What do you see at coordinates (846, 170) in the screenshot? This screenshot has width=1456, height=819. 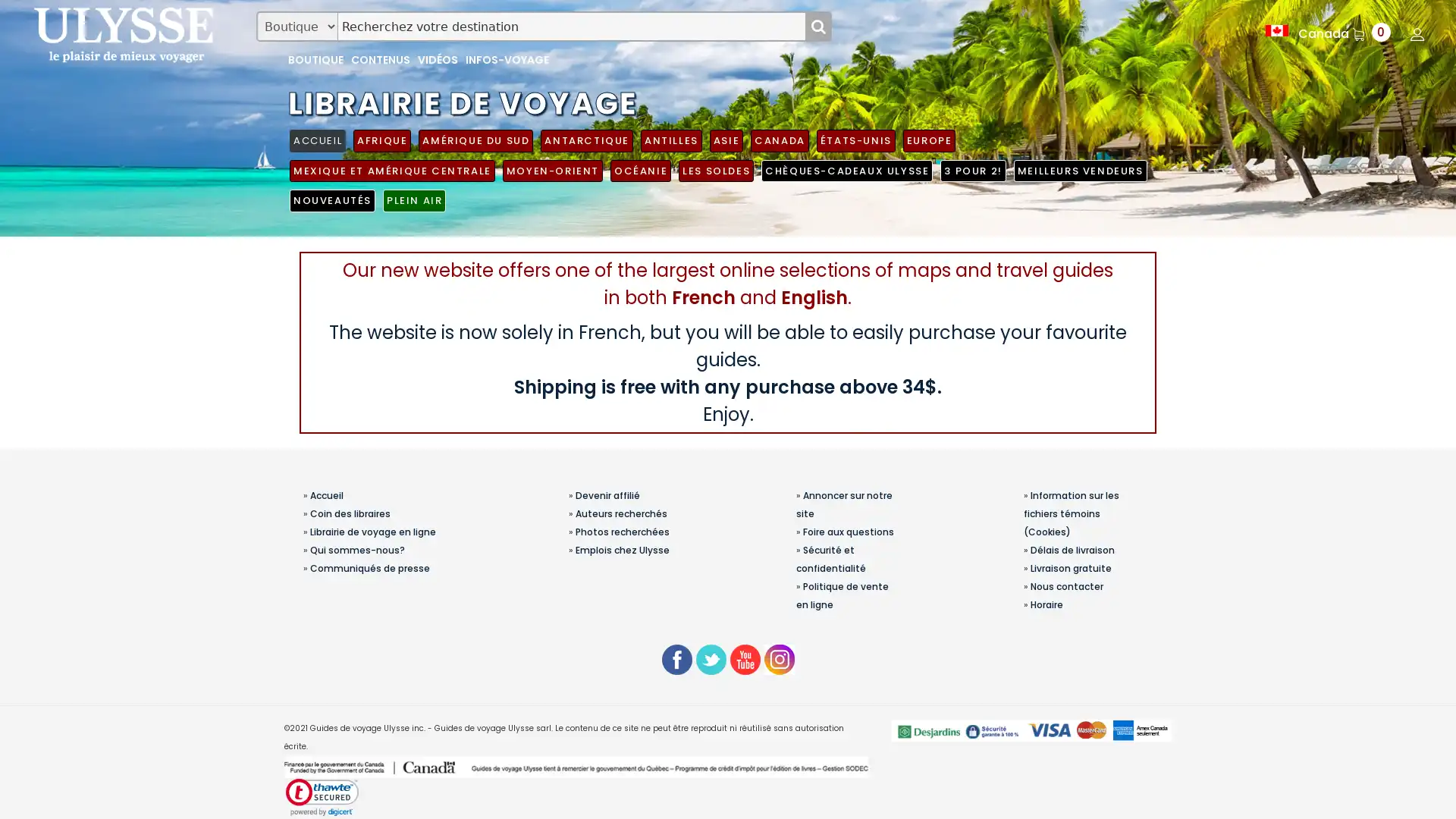 I see `CHEQUES-CADEAUX ULYSSE` at bounding box center [846, 170].